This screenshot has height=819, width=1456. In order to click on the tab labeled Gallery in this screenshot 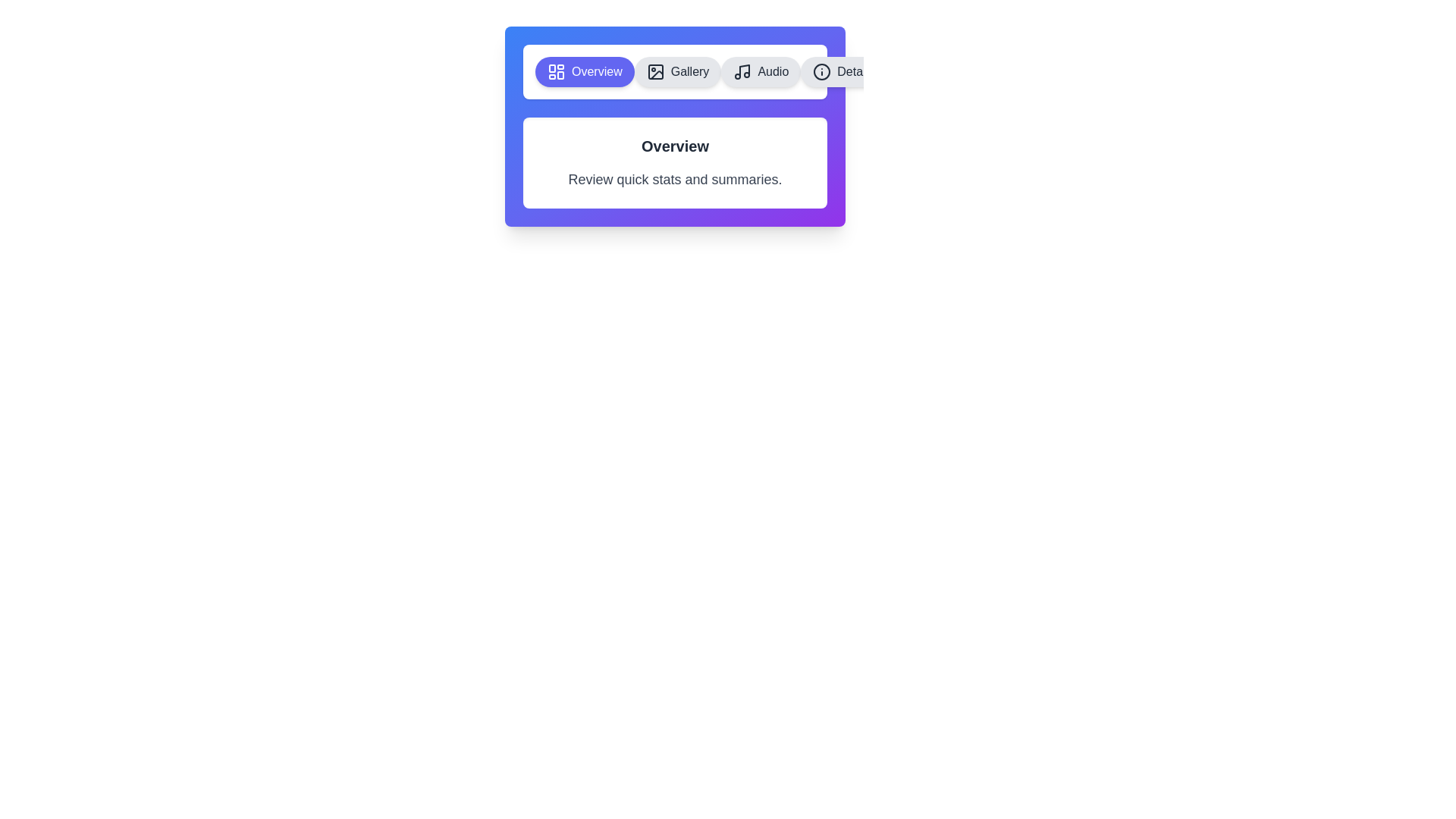, I will do `click(676, 72)`.